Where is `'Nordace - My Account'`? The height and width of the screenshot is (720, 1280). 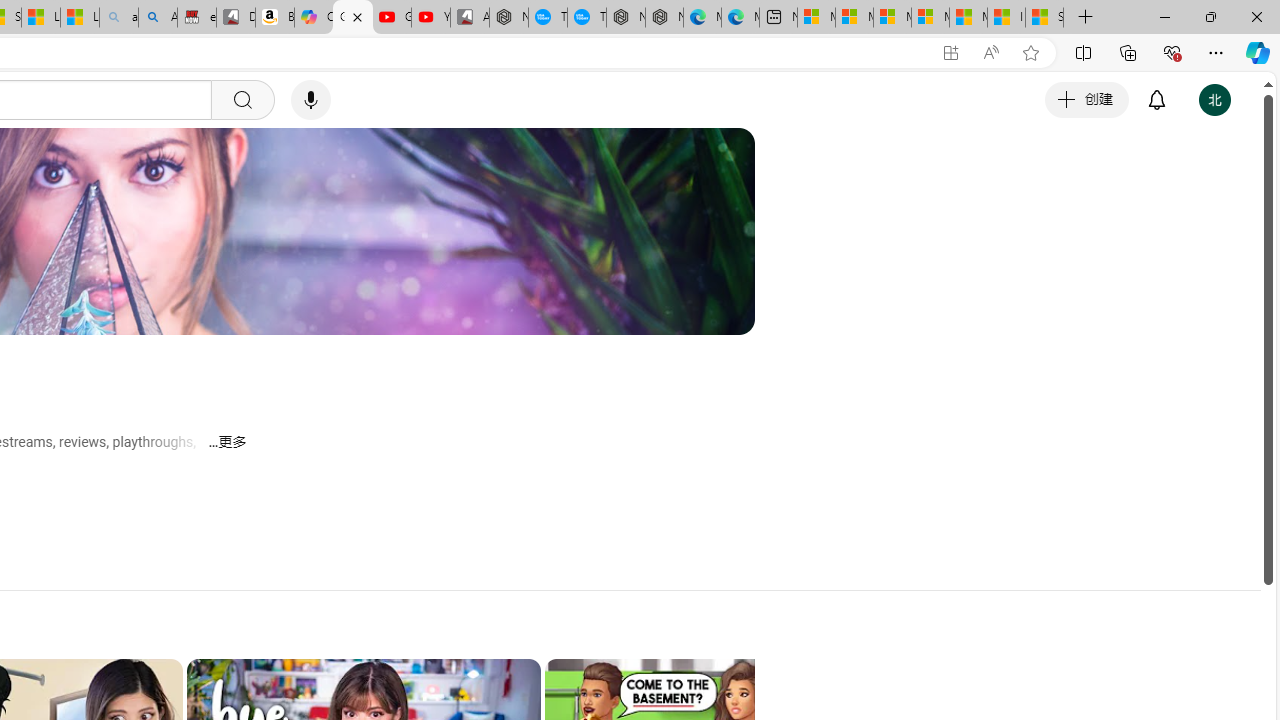 'Nordace - My Account' is located at coordinates (509, 17).